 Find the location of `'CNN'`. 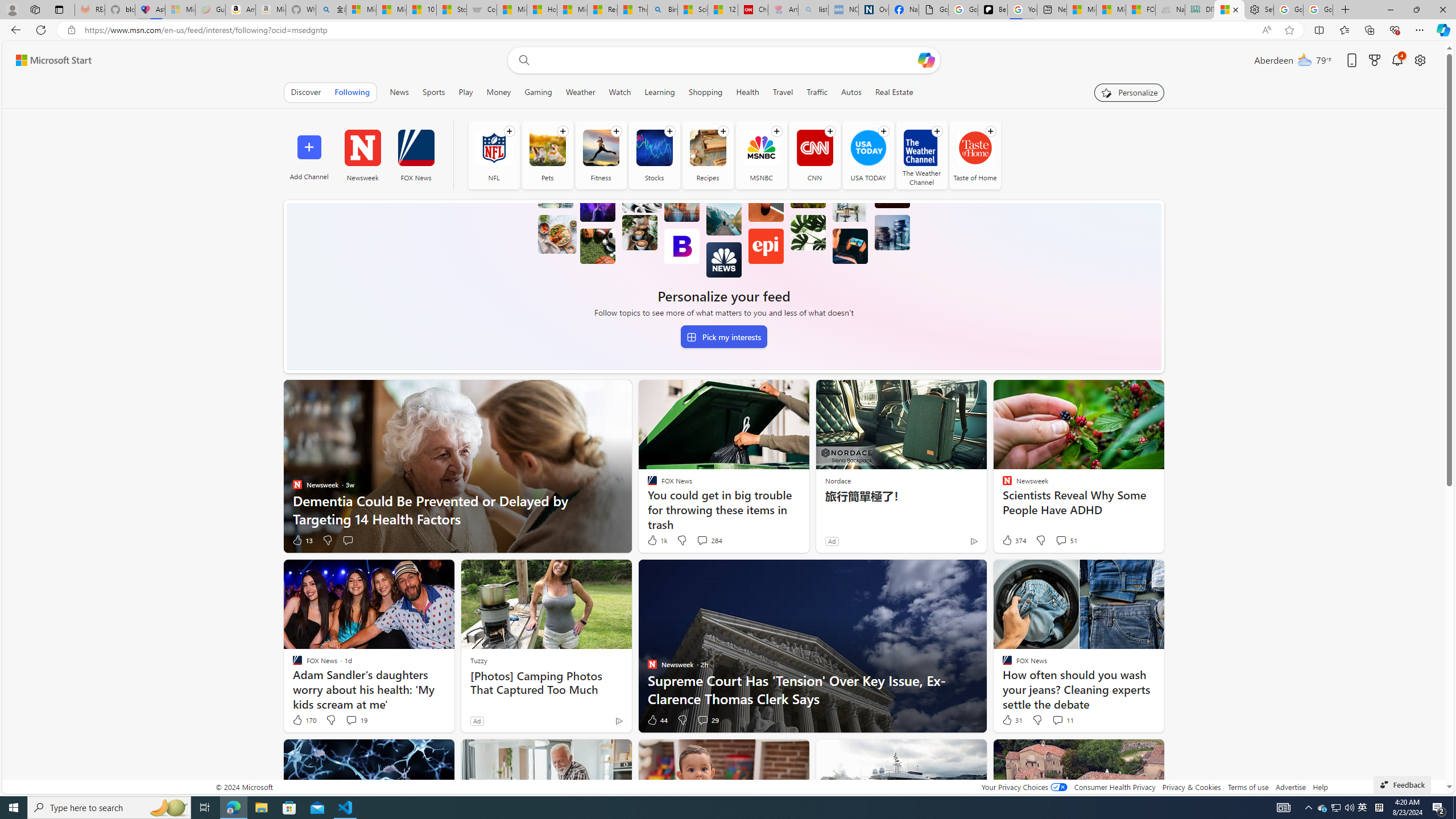

'CNN' is located at coordinates (814, 154).